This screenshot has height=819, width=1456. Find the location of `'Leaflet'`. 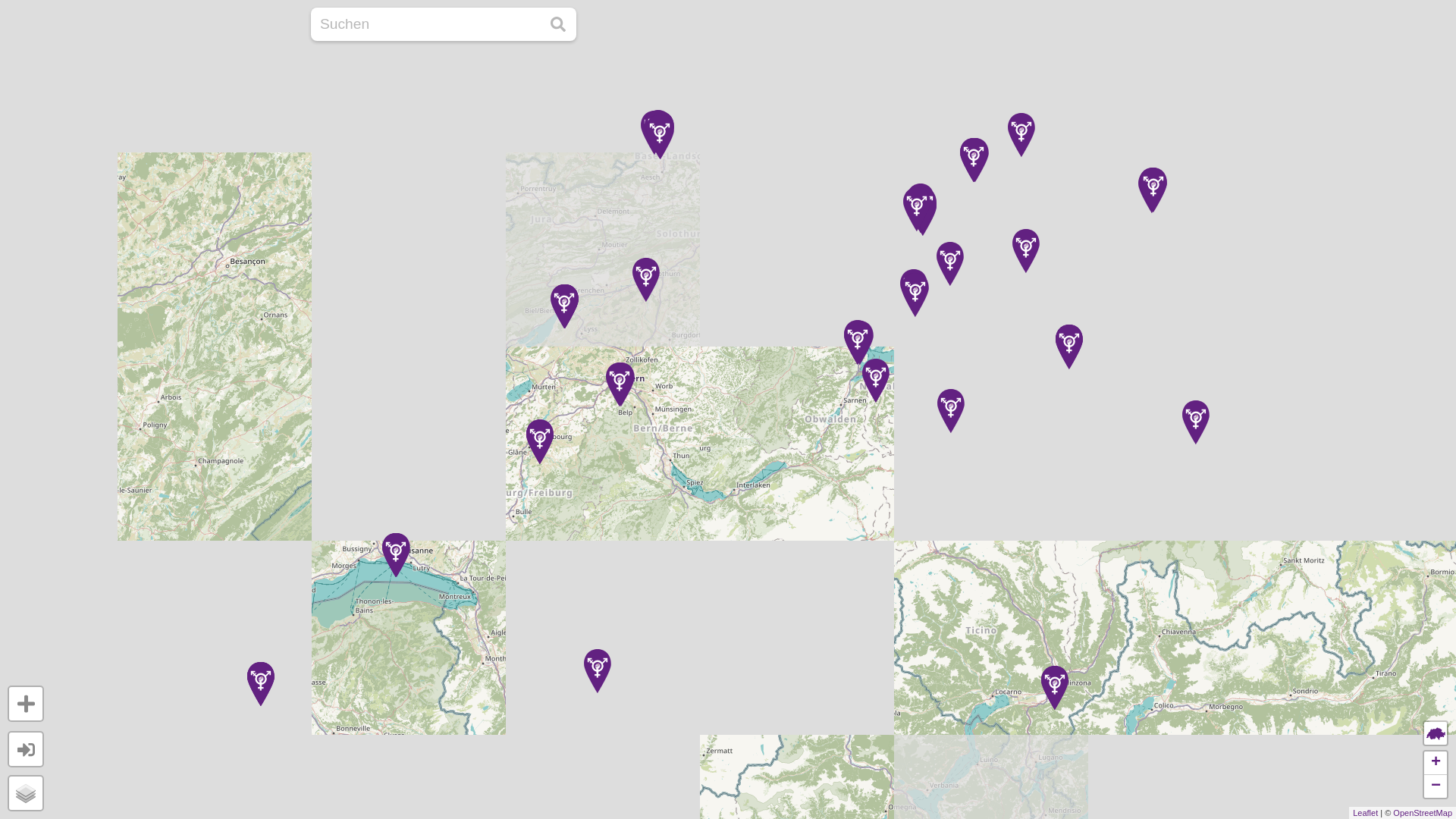

'Leaflet' is located at coordinates (1365, 812).